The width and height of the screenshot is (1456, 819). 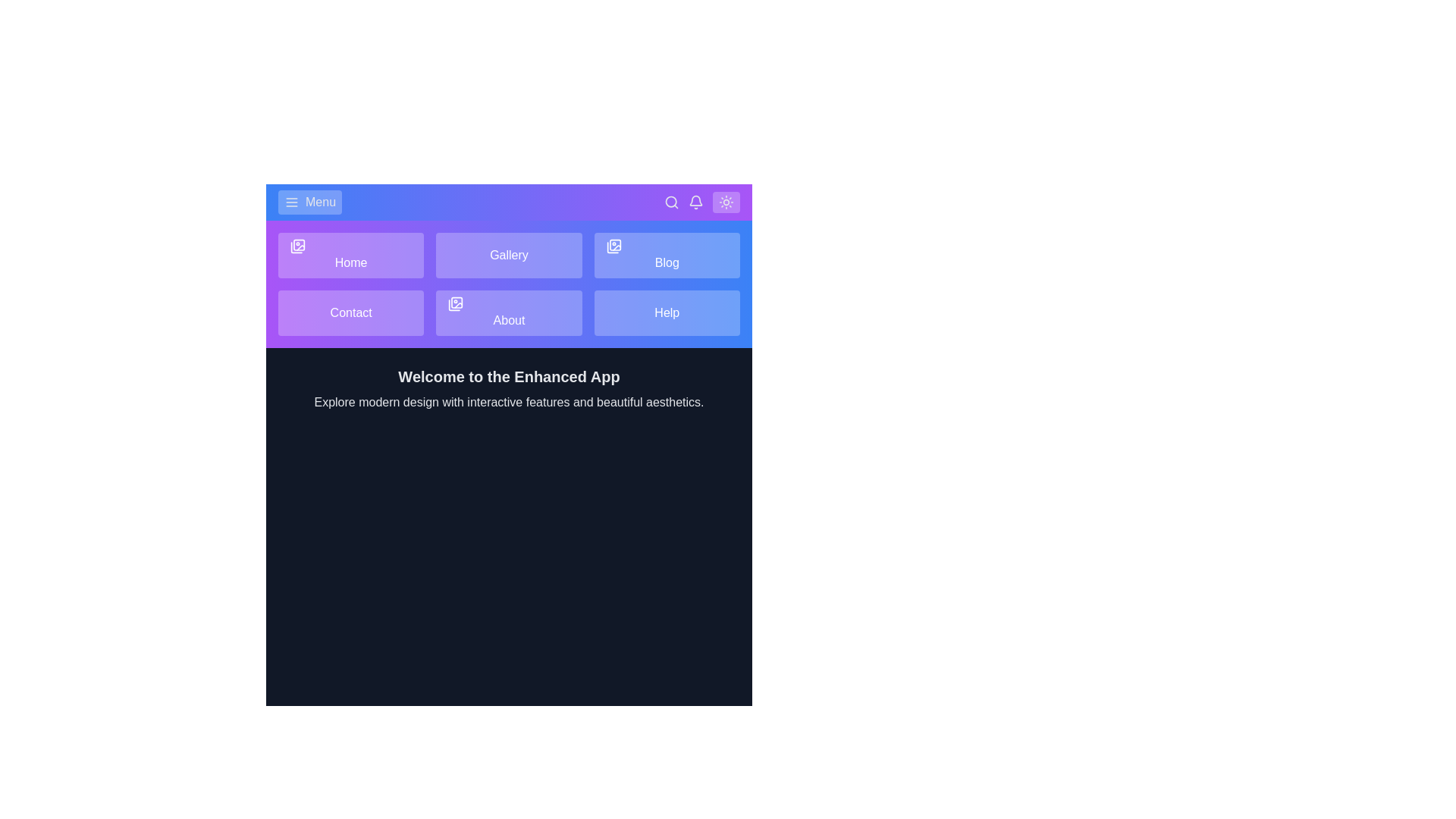 I want to click on the light/dark mode toggle button to switch between light and dark mode, so click(x=726, y=201).